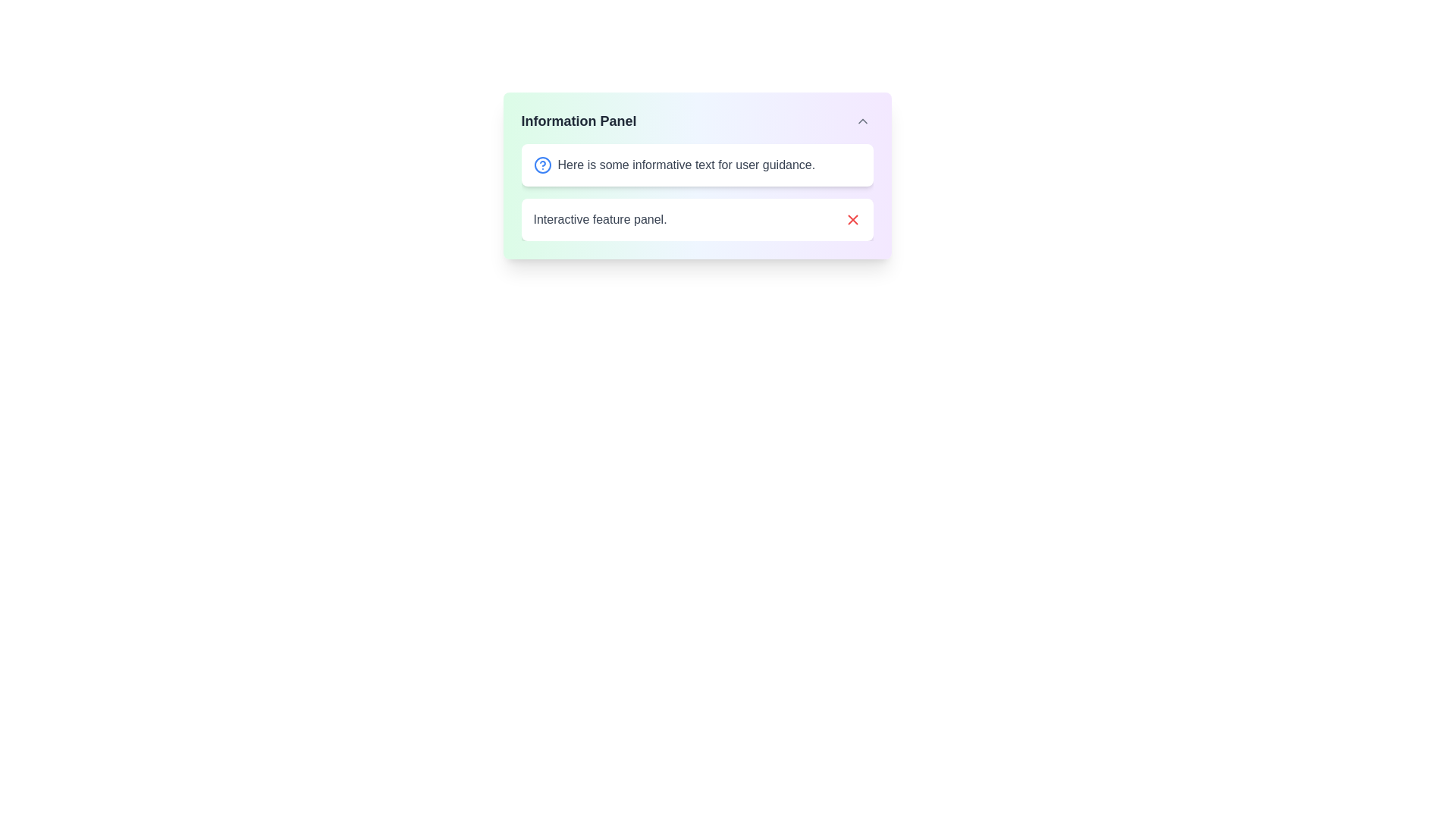  What do you see at coordinates (542, 165) in the screenshot?
I see `the SVG Circle with a blue outline and a question mark inside, located in the center of the icon in the top-left corner of the first text block within the 'Information Panel'` at bounding box center [542, 165].